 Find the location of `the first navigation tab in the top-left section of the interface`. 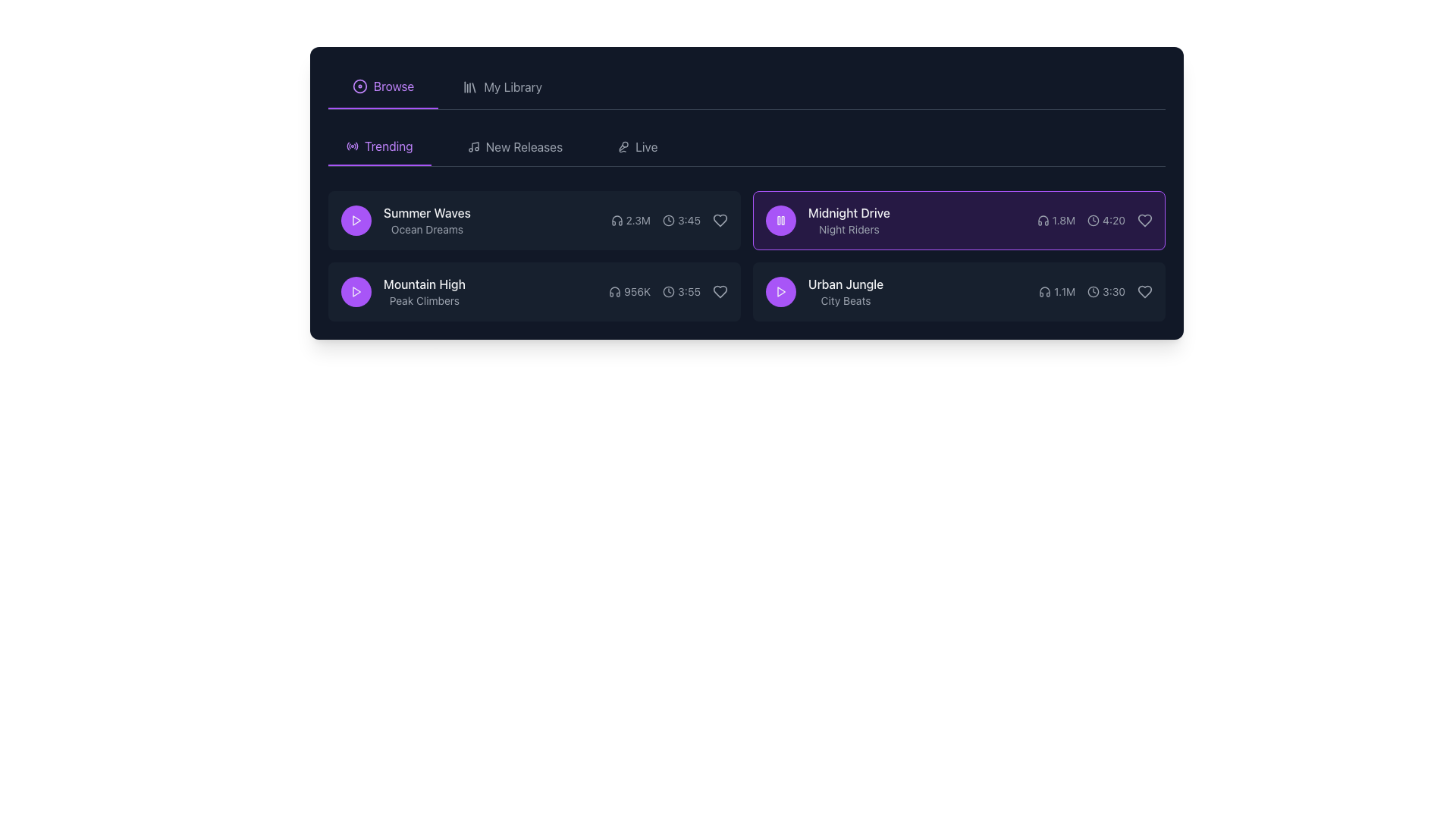

the first navigation tab in the top-left section of the interface is located at coordinates (383, 87).